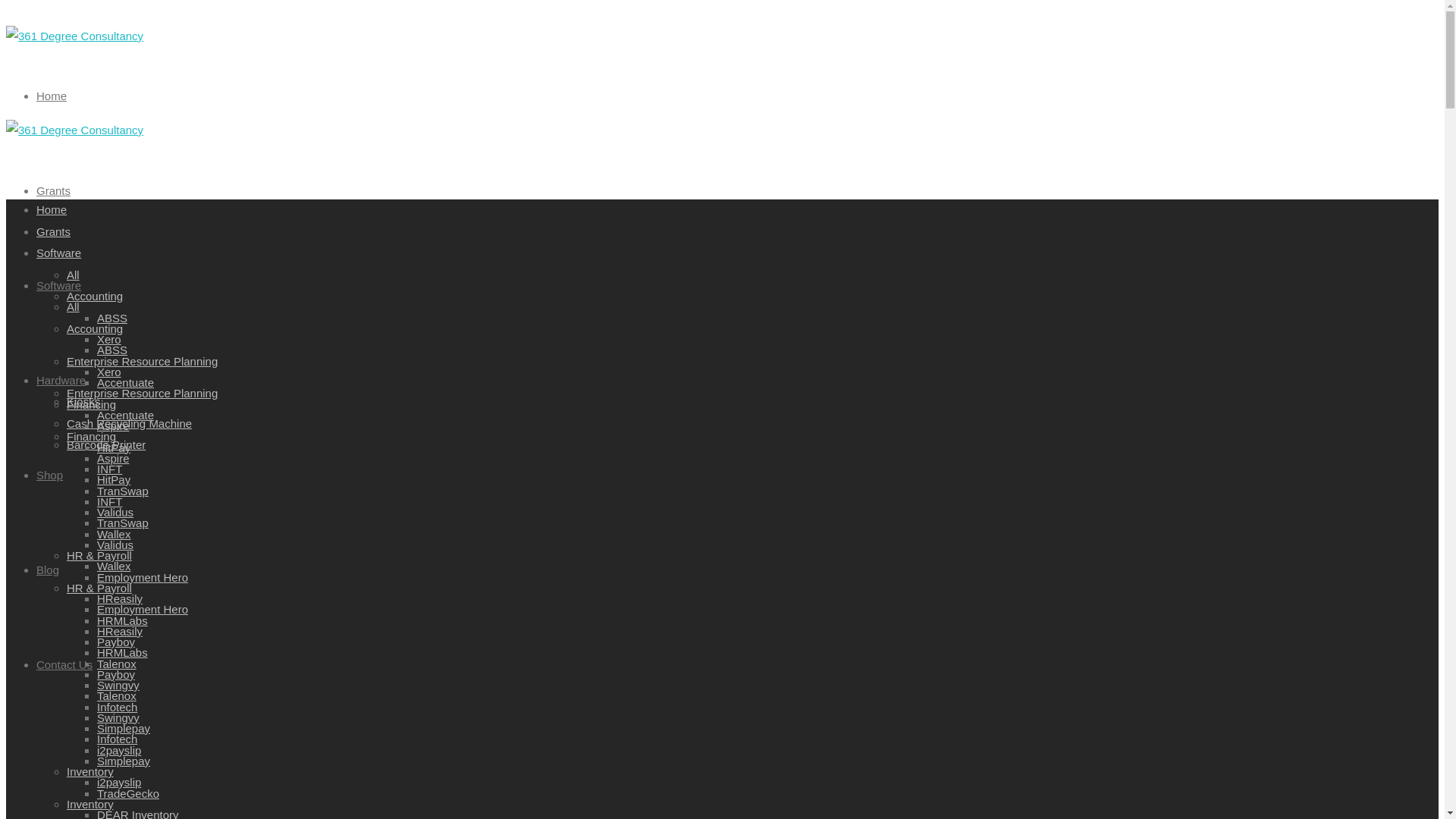  Describe the element at coordinates (119, 598) in the screenshot. I see `'HReasily'` at that location.